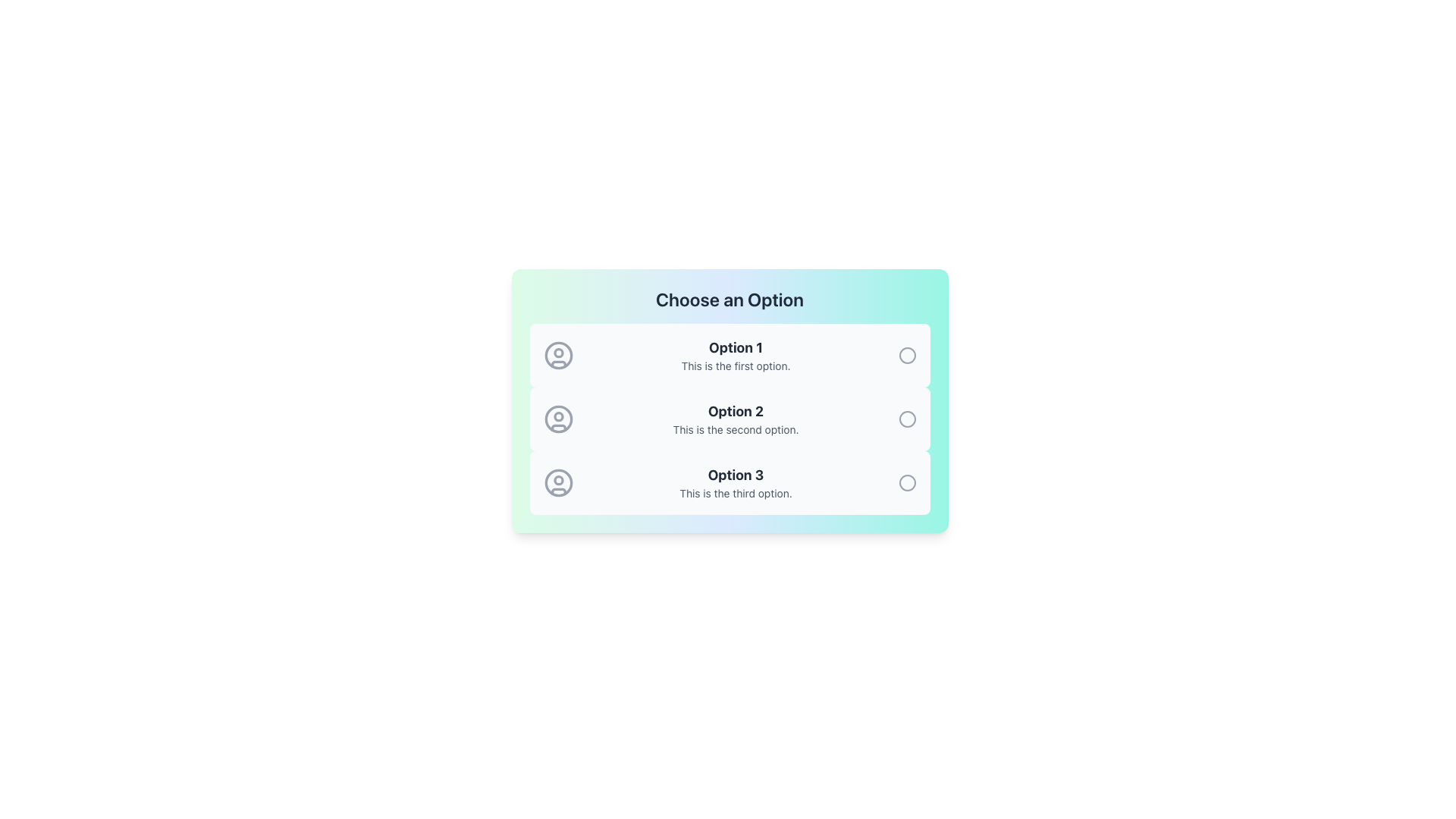  What do you see at coordinates (736, 482) in the screenshot?
I see `text displayed in the third option of the selectable option card, located at the bottom section of the vertically-stacked list` at bounding box center [736, 482].